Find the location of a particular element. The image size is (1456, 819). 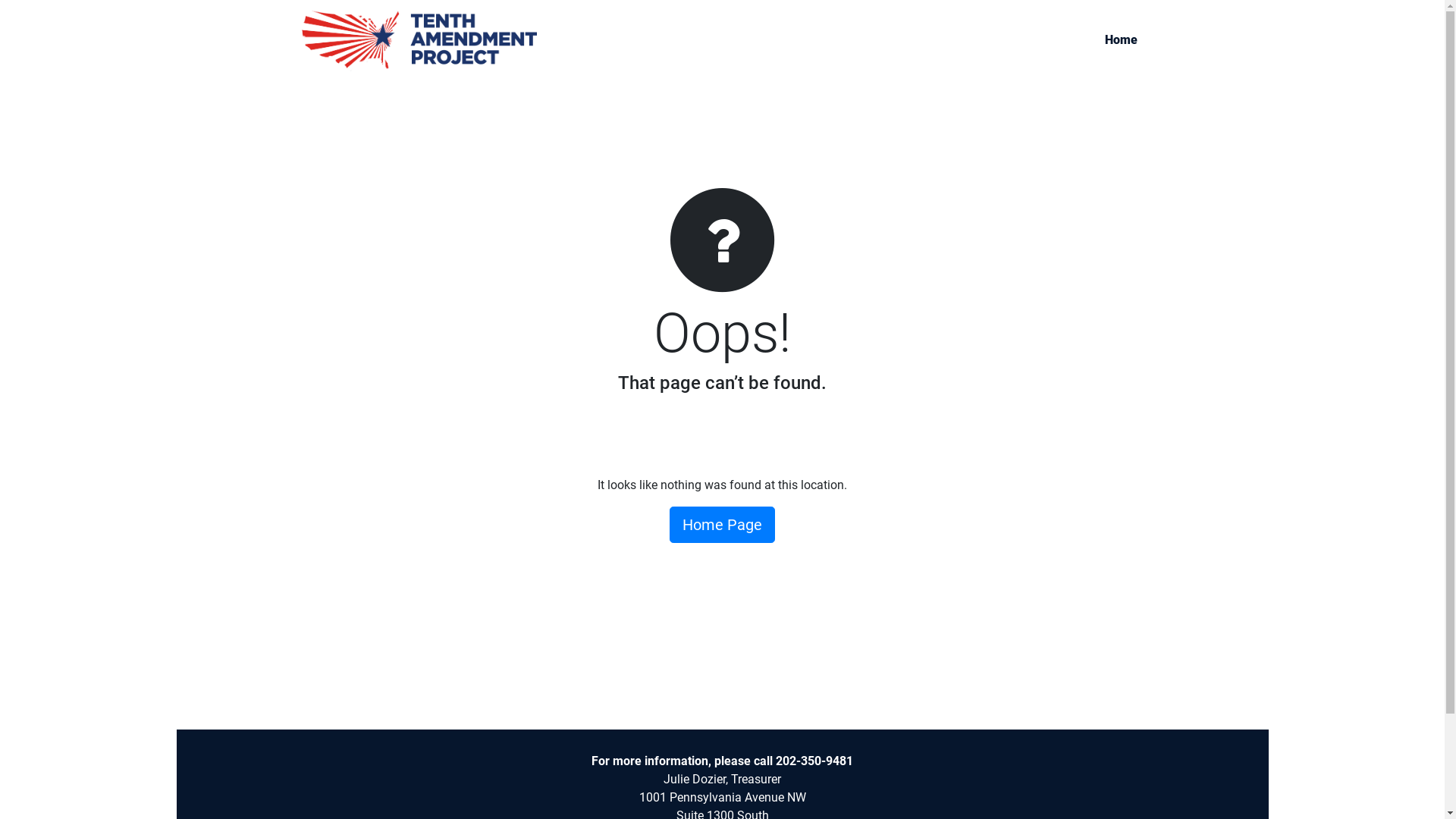

'Home Page' is located at coordinates (721, 523).